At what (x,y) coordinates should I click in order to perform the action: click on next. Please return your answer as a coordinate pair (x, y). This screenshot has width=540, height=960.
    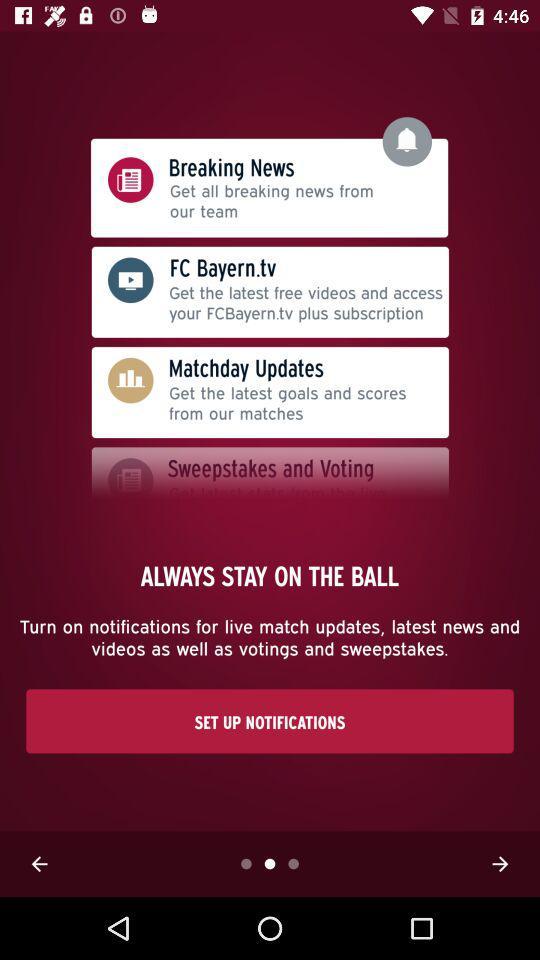
    Looking at the image, I should click on (499, 863).